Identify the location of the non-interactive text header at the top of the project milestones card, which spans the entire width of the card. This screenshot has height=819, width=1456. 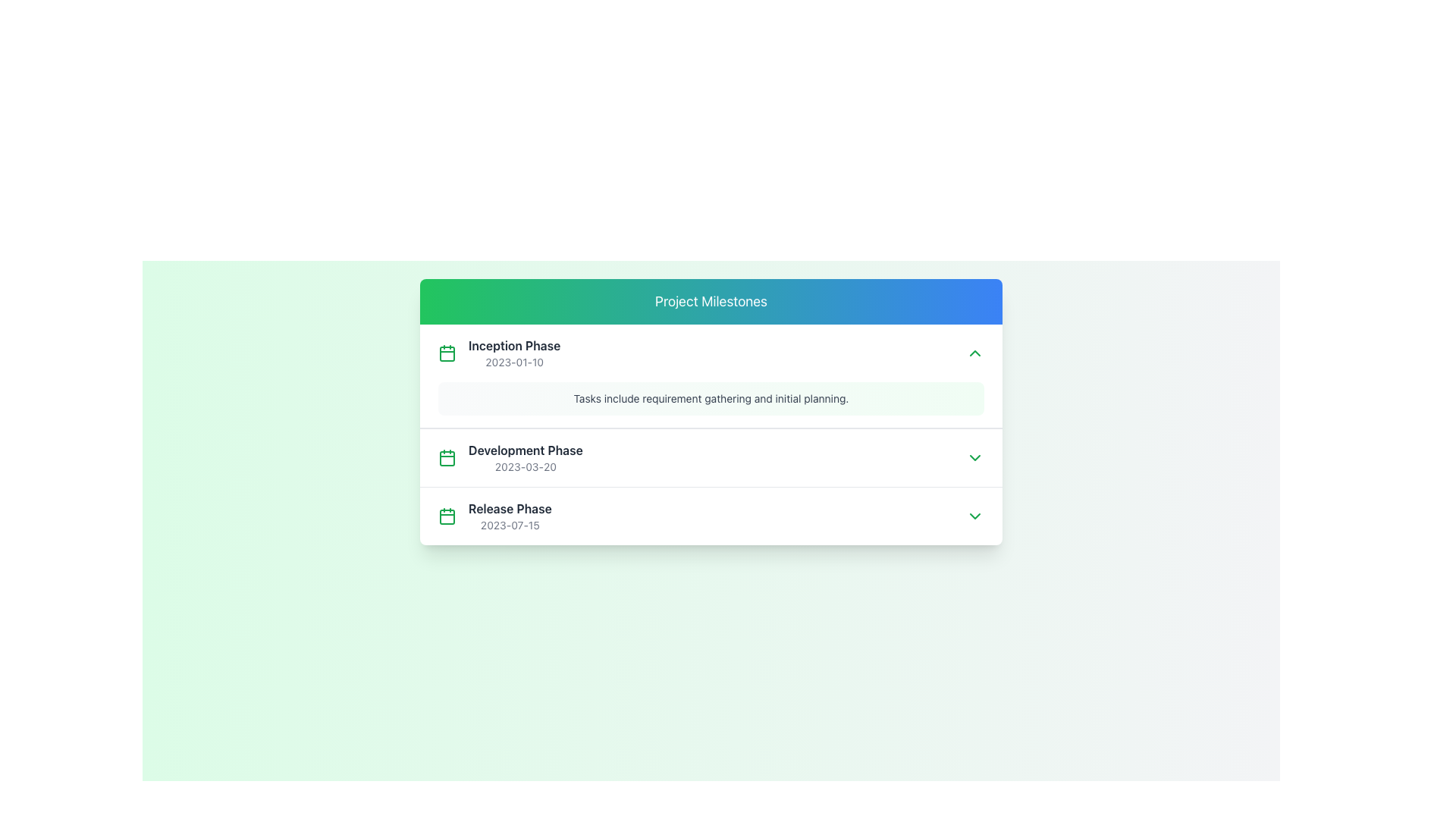
(710, 301).